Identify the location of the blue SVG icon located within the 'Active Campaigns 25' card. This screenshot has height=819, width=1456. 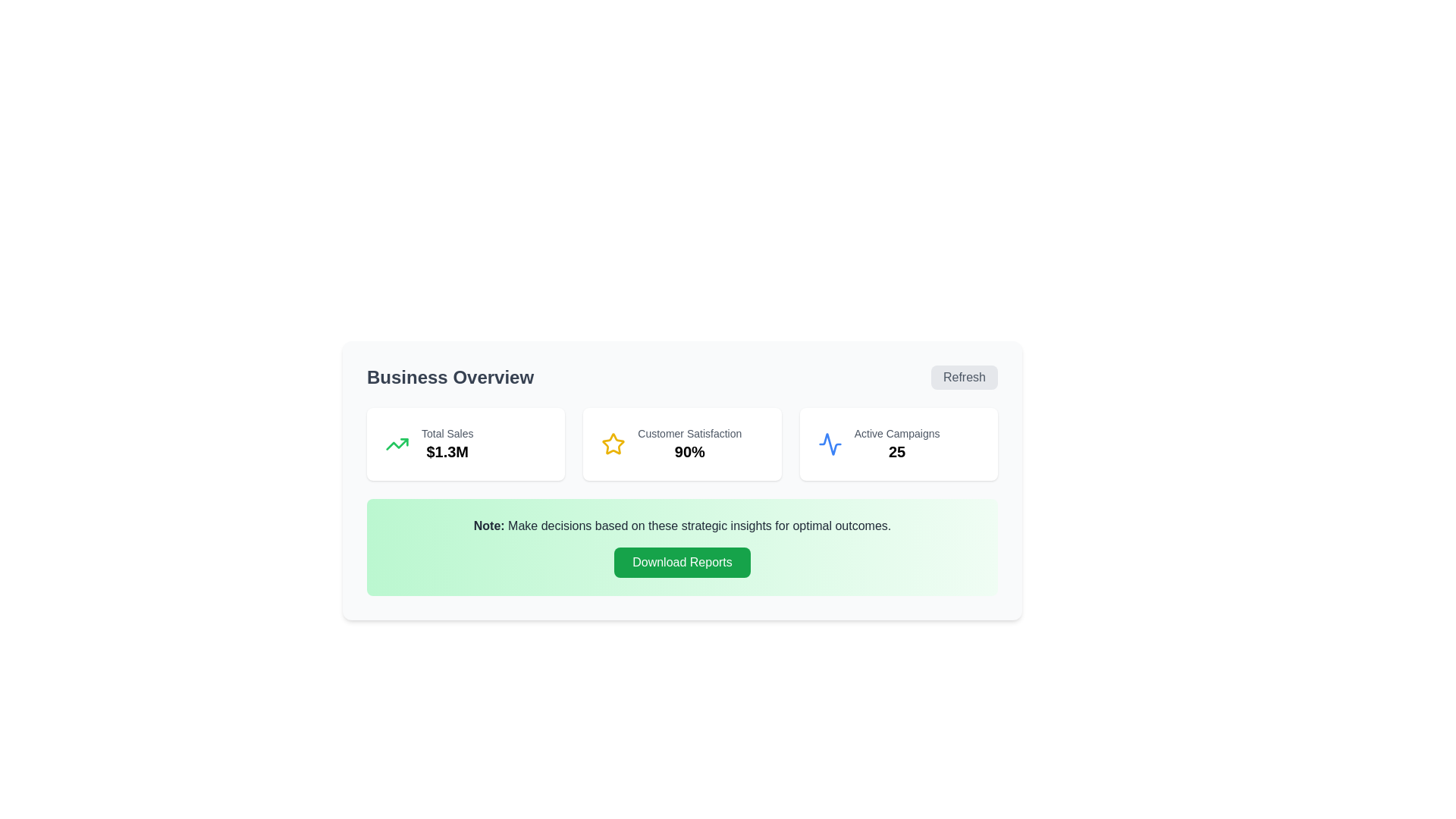
(829, 444).